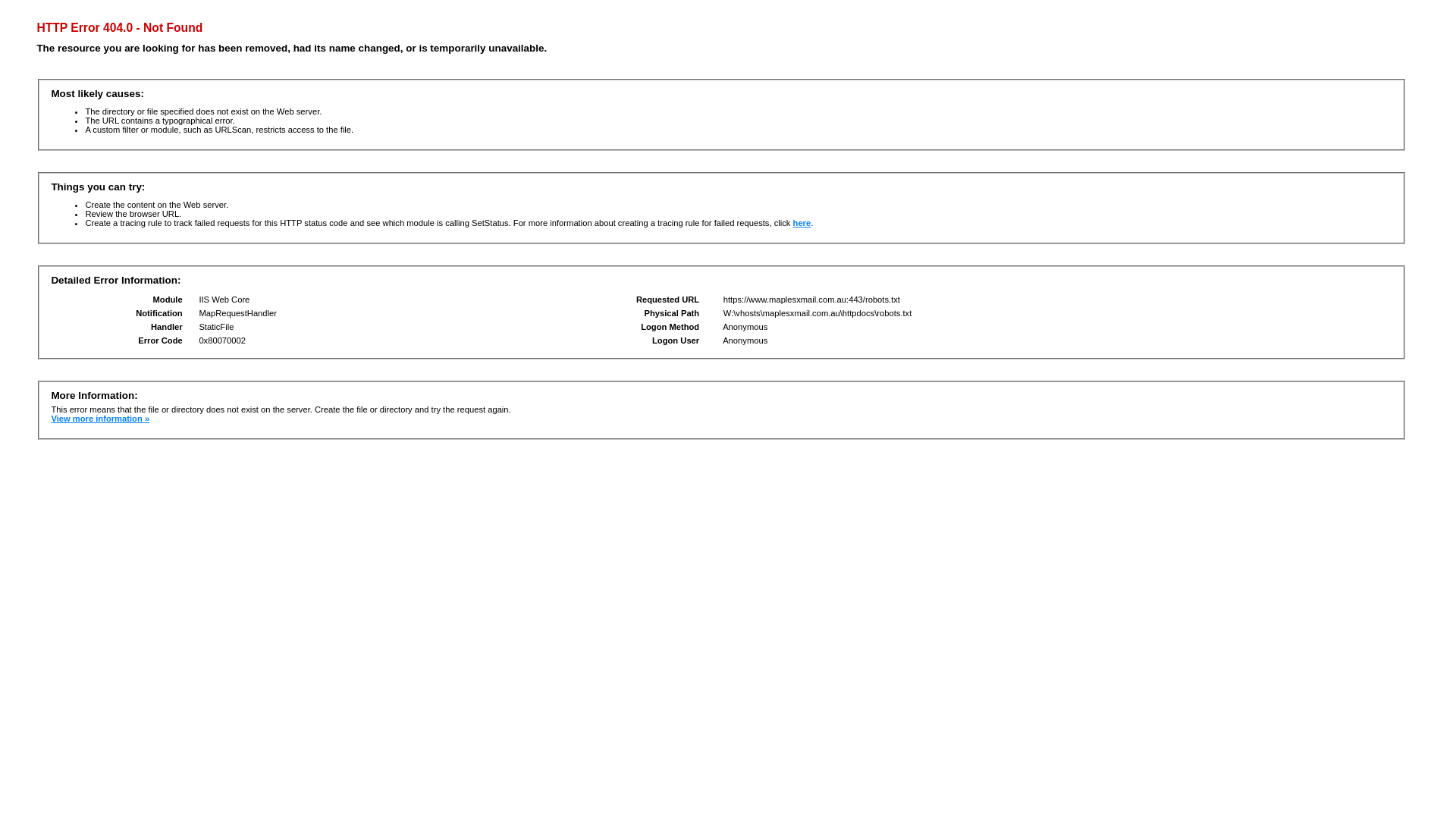 The width and height of the screenshot is (1456, 819). What do you see at coordinates (801, 222) in the screenshot?
I see `'here'` at bounding box center [801, 222].